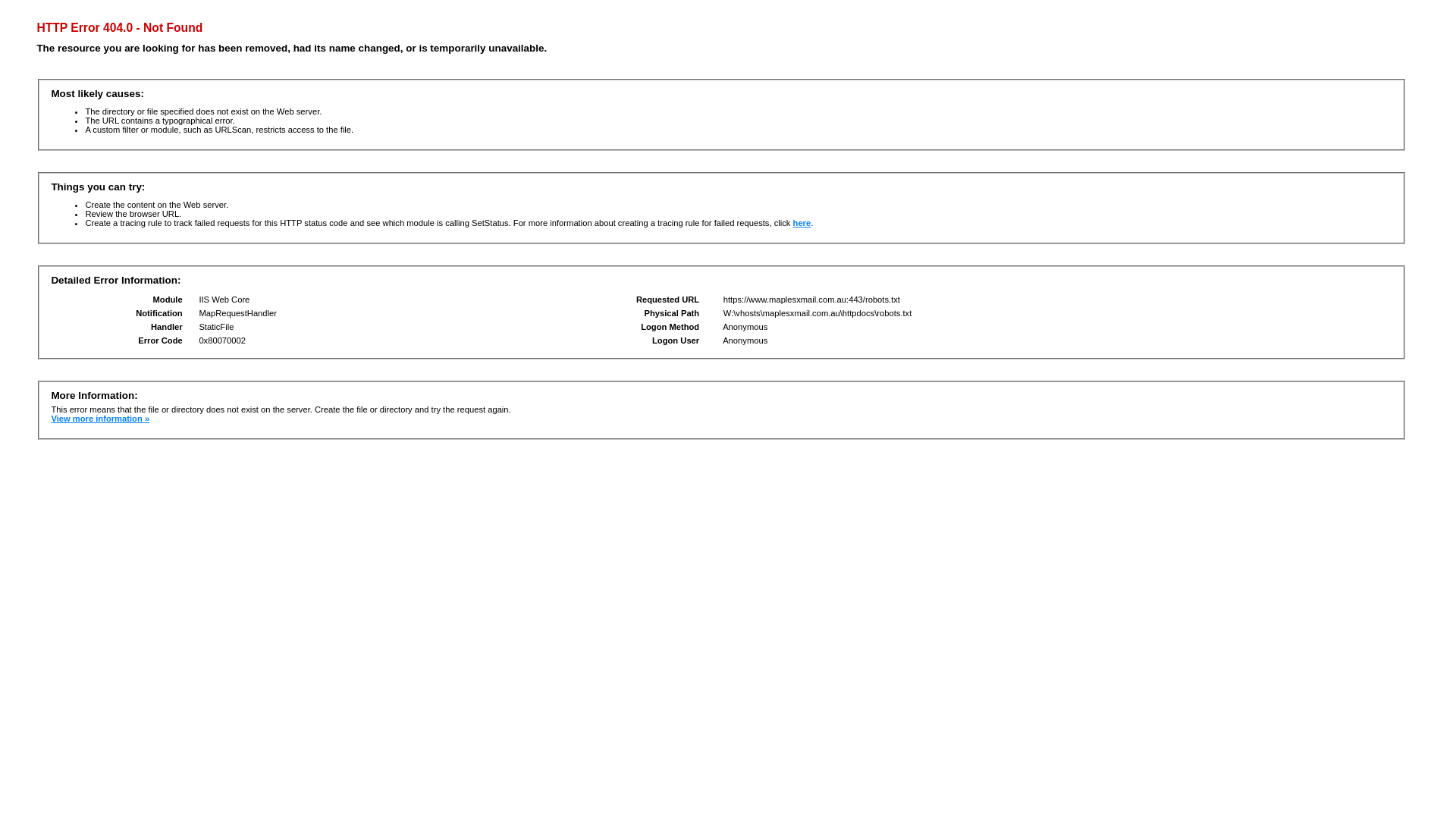 The width and height of the screenshot is (1456, 819). What do you see at coordinates (801, 222) in the screenshot?
I see `'here'` at bounding box center [801, 222].